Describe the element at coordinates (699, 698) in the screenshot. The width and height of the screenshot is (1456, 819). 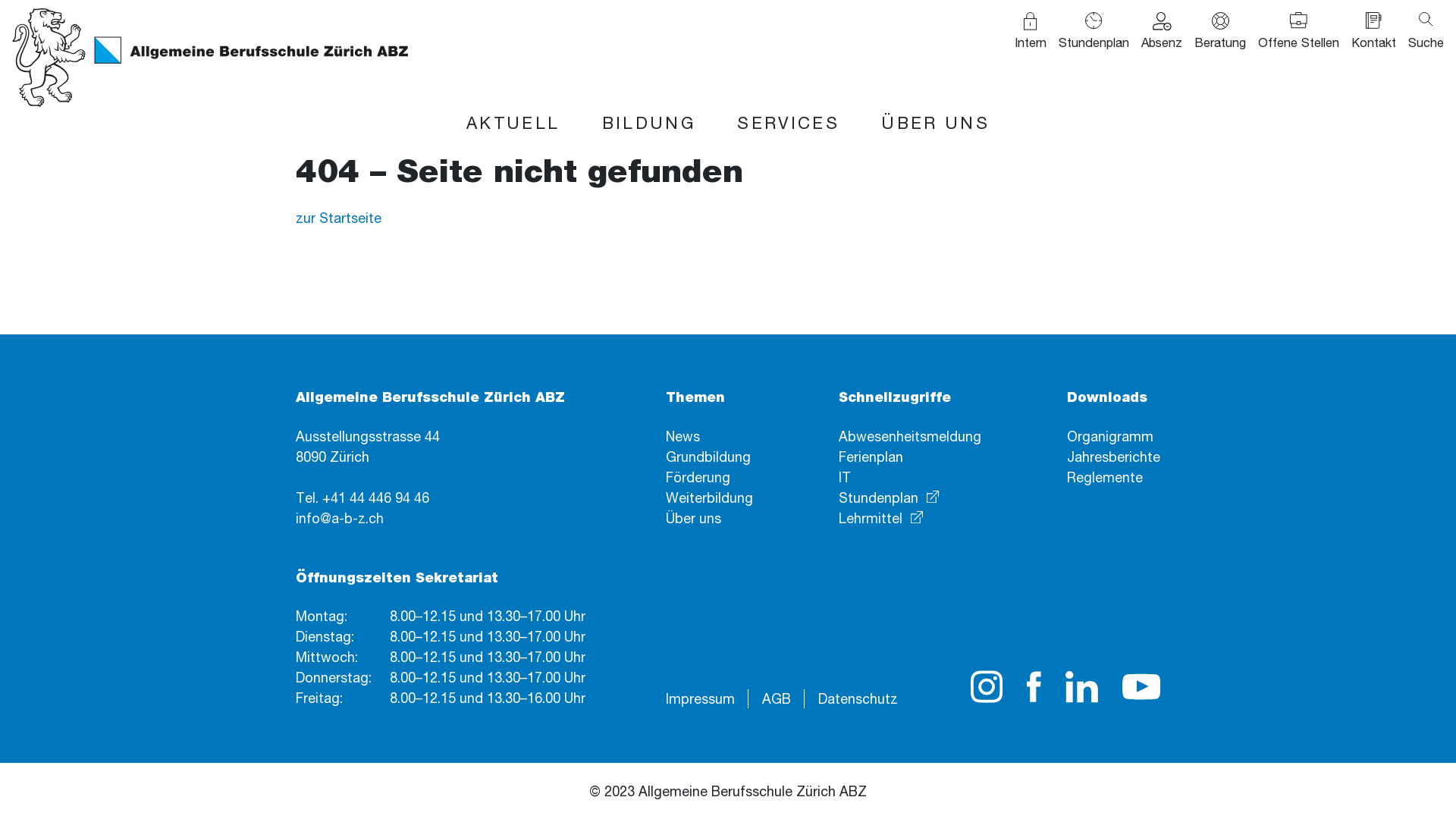
I see `'Impressum'` at that location.